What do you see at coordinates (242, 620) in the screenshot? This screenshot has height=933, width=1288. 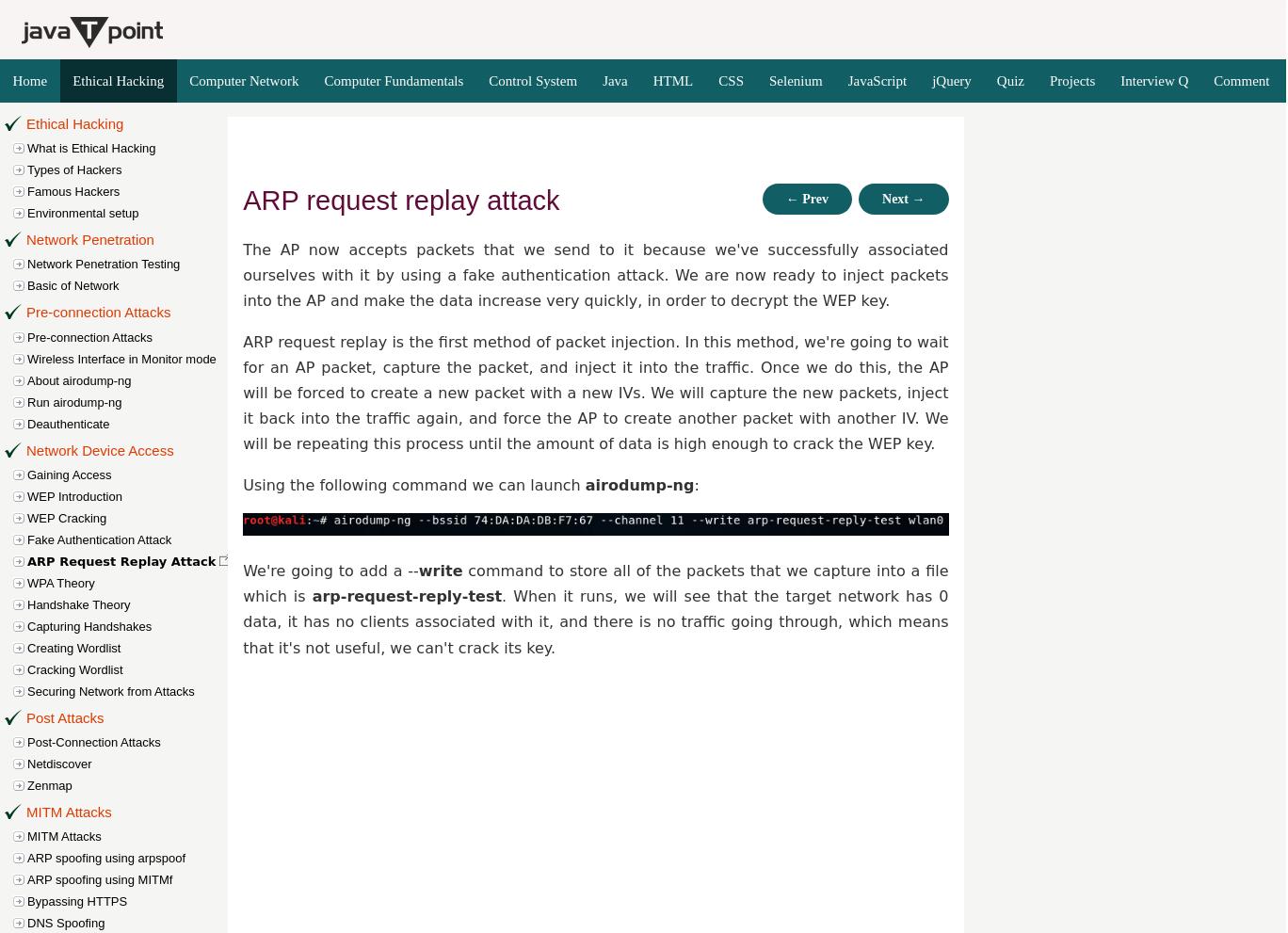 I see `'. When it runs, we will see that the target network has 0 data, it has no clients associated with it, and there is no traffic going through, which means that it's not useful, we can't crack its key.'` at bounding box center [242, 620].